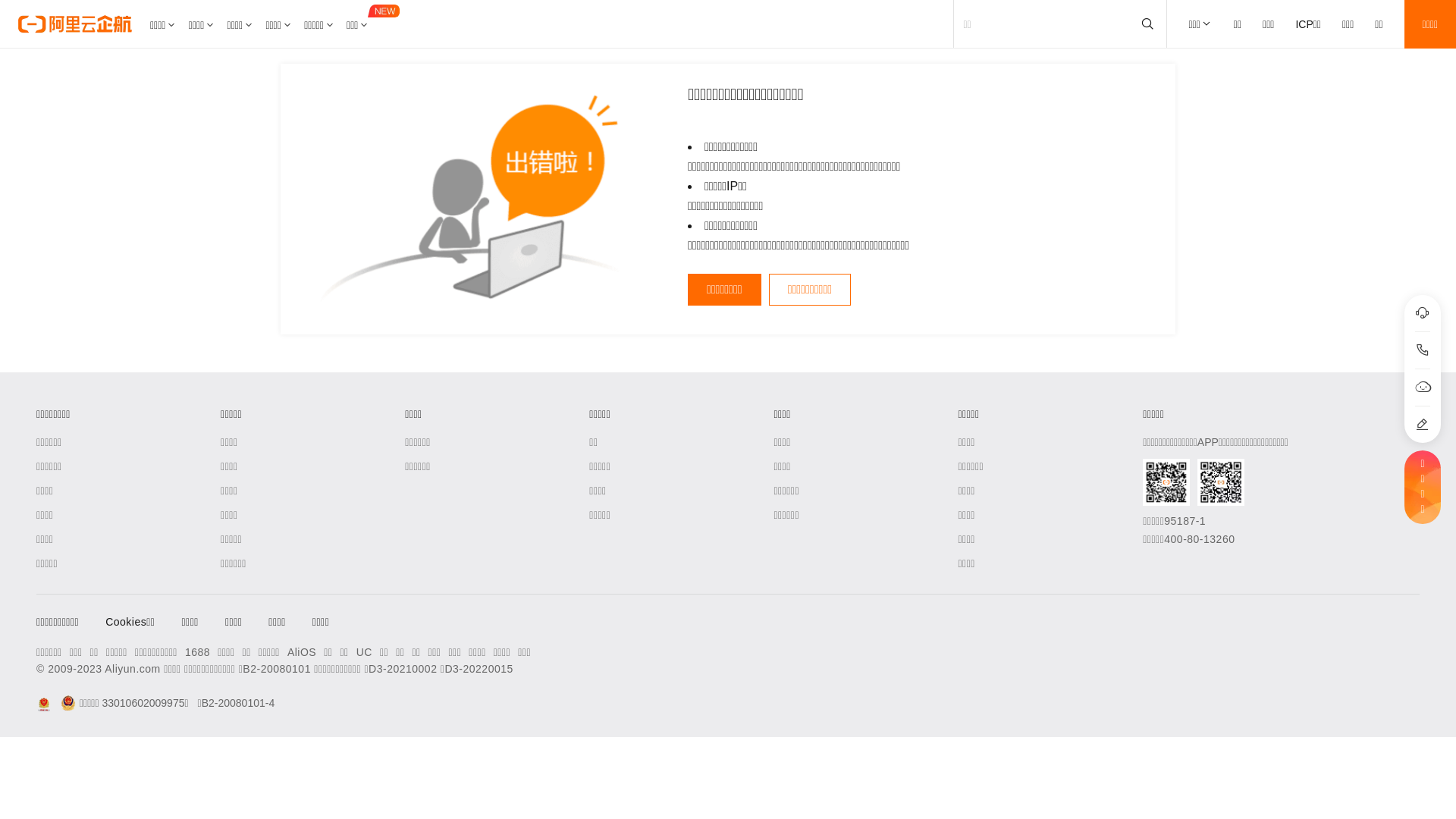 The width and height of the screenshot is (1456, 819). Describe the element at coordinates (184, 651) in the screenshot. I see `'1688'` at that location.